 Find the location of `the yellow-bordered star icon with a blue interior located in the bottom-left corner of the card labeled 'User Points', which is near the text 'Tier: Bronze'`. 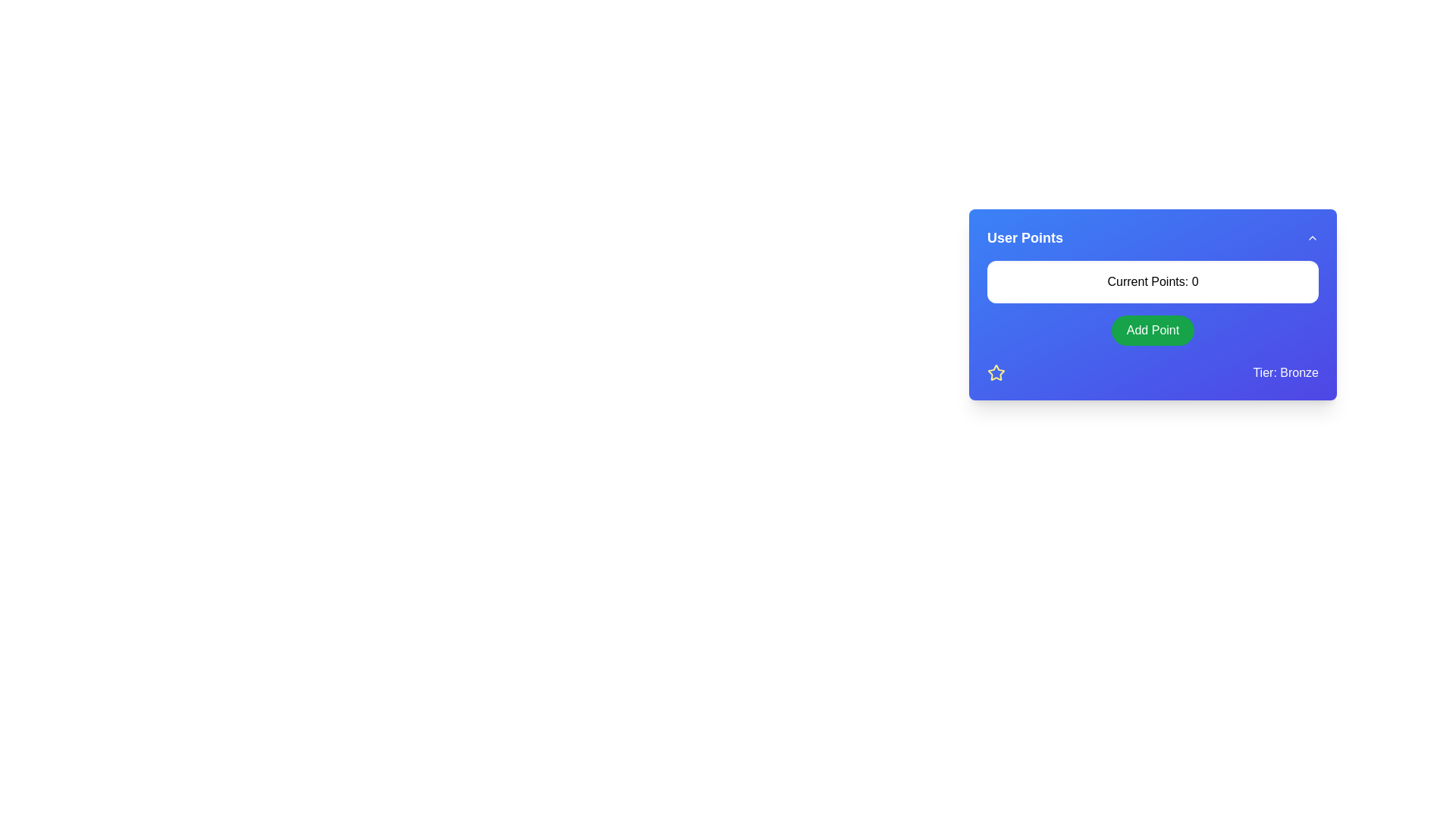

the yellow-bordered star icon with a blue interior located in the bottom-left corner of the card labeled 'User Points', which is near the text 'Tier: Bronze' is located at coordinates (996, 373).